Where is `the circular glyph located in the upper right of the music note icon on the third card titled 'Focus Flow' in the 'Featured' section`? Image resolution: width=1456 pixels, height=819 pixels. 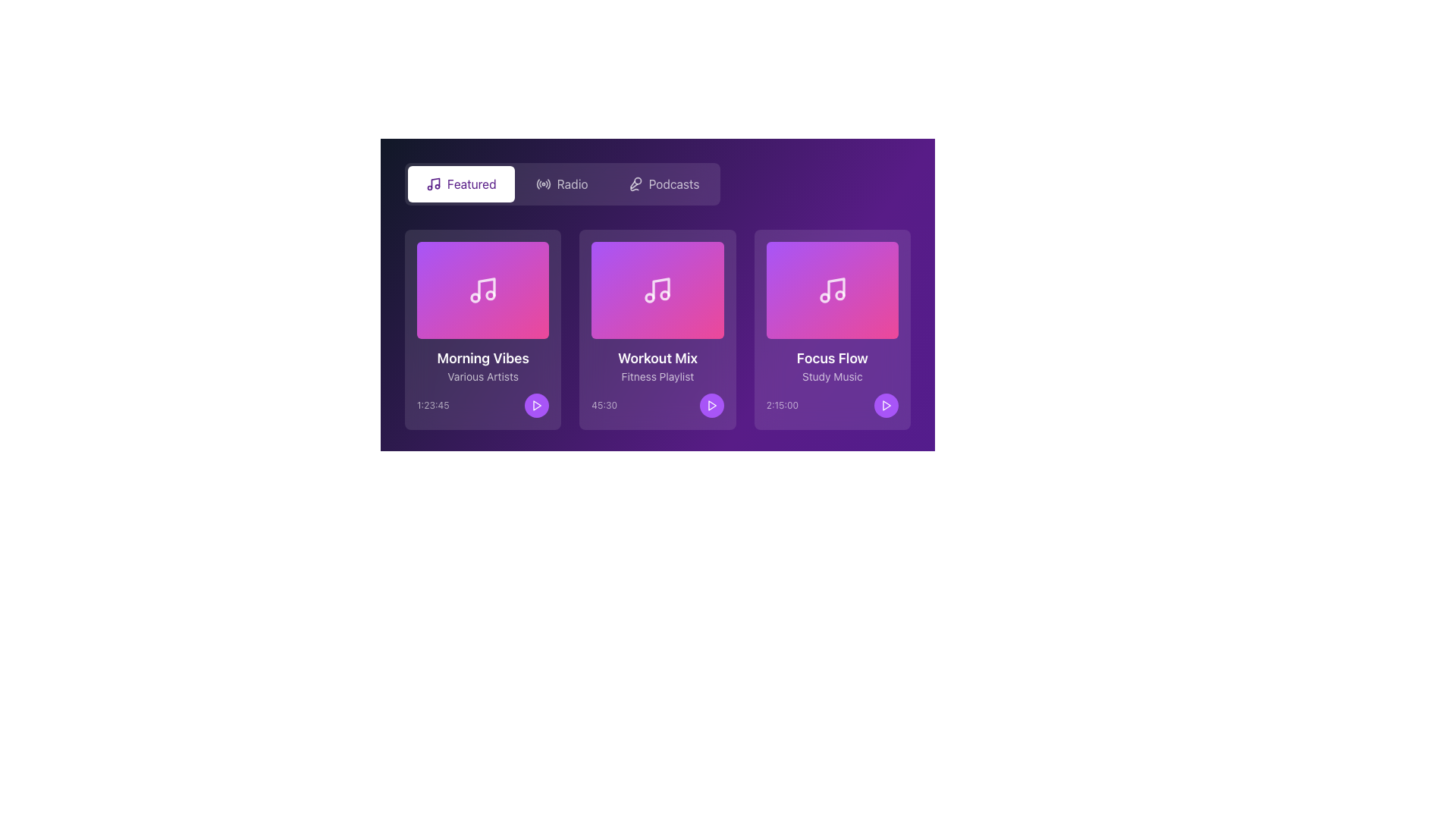
the circular glyph located in the upper right of the music note icon on the third card titled 'Focus Flow' in the 'Featured' section is located at coordinates (839, 295).